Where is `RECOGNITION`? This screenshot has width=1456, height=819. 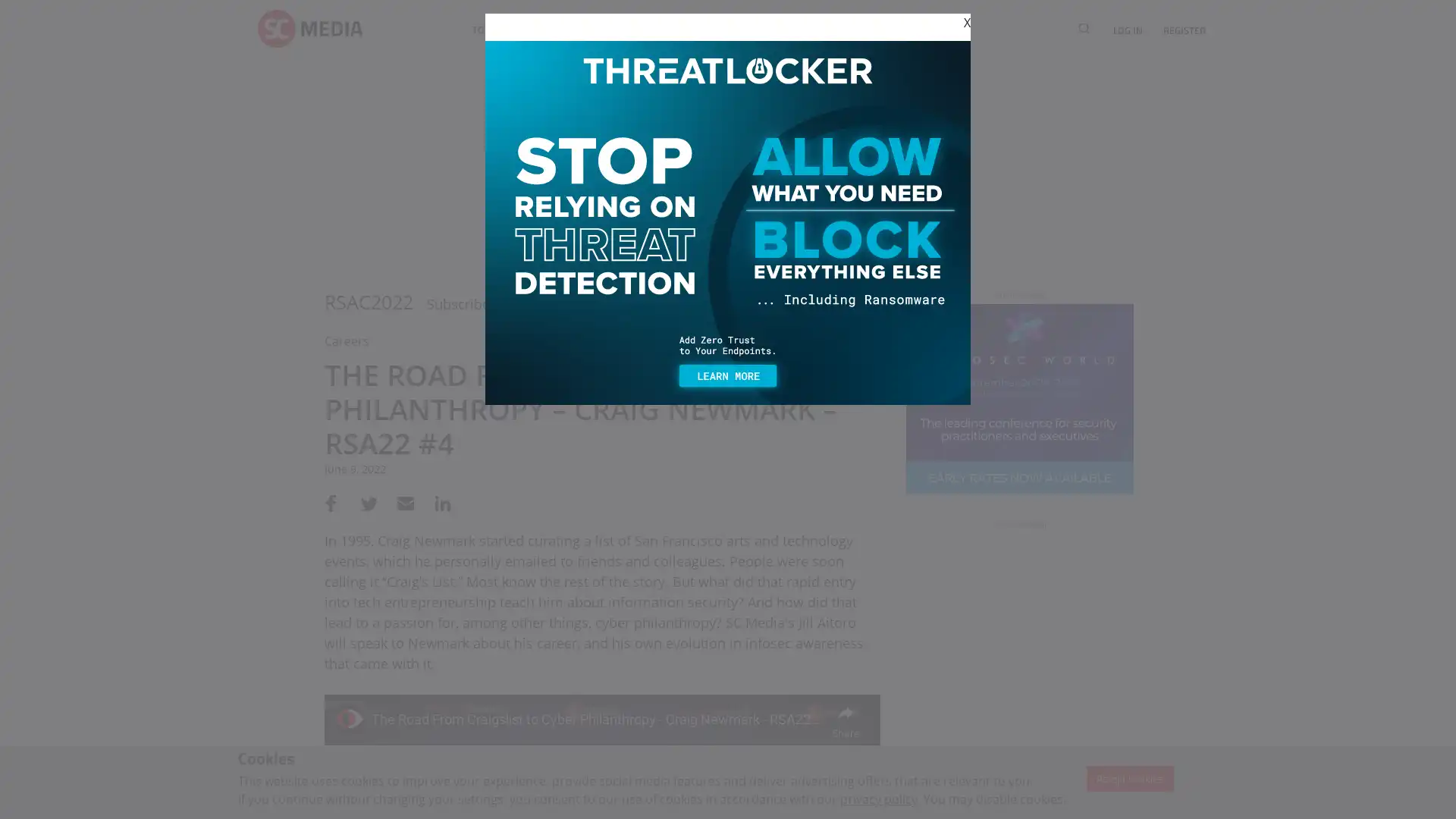
RECOGNITION is located at coordinates (836, 30).